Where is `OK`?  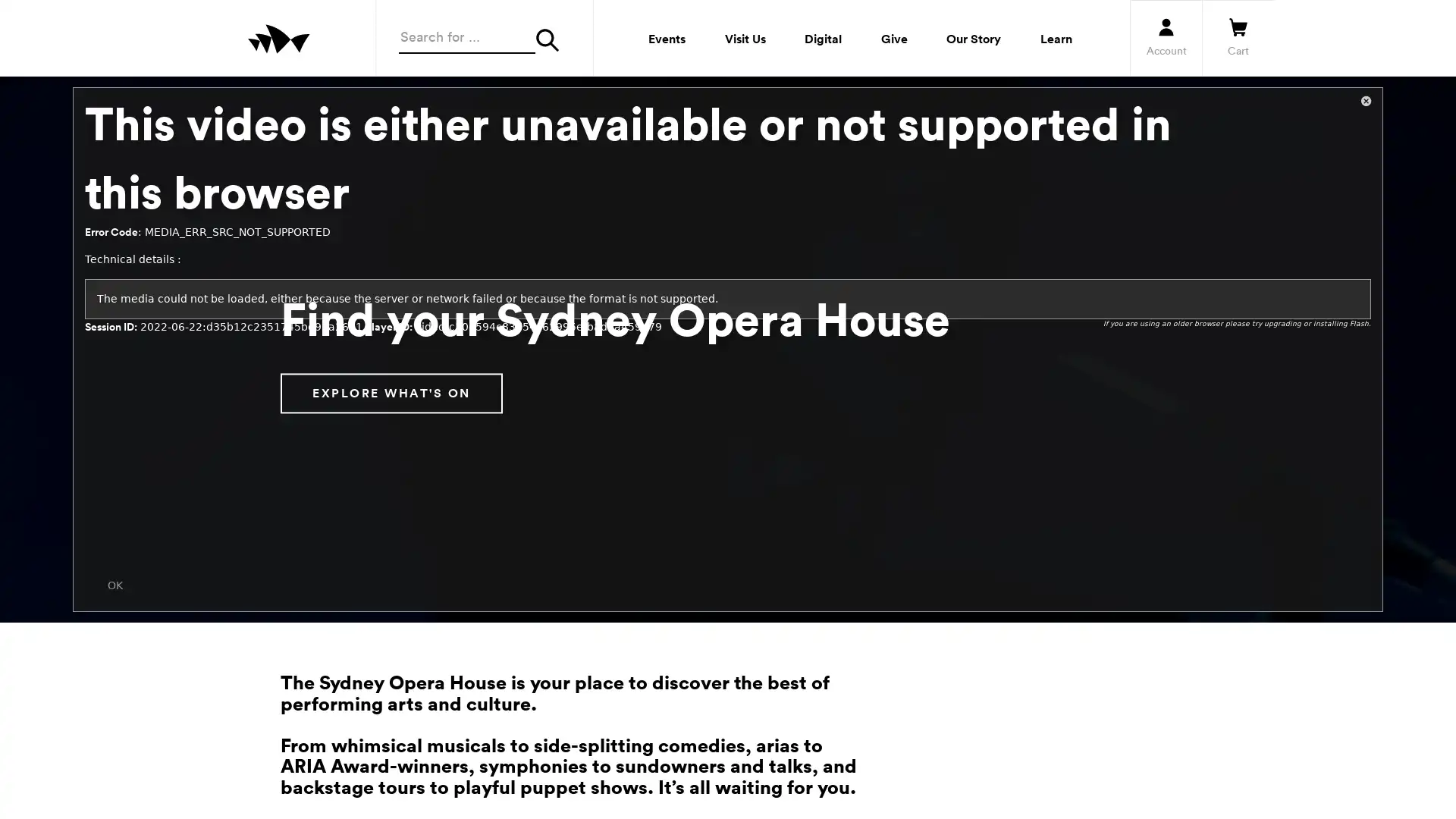 OK is located at coordinates (115, 584).